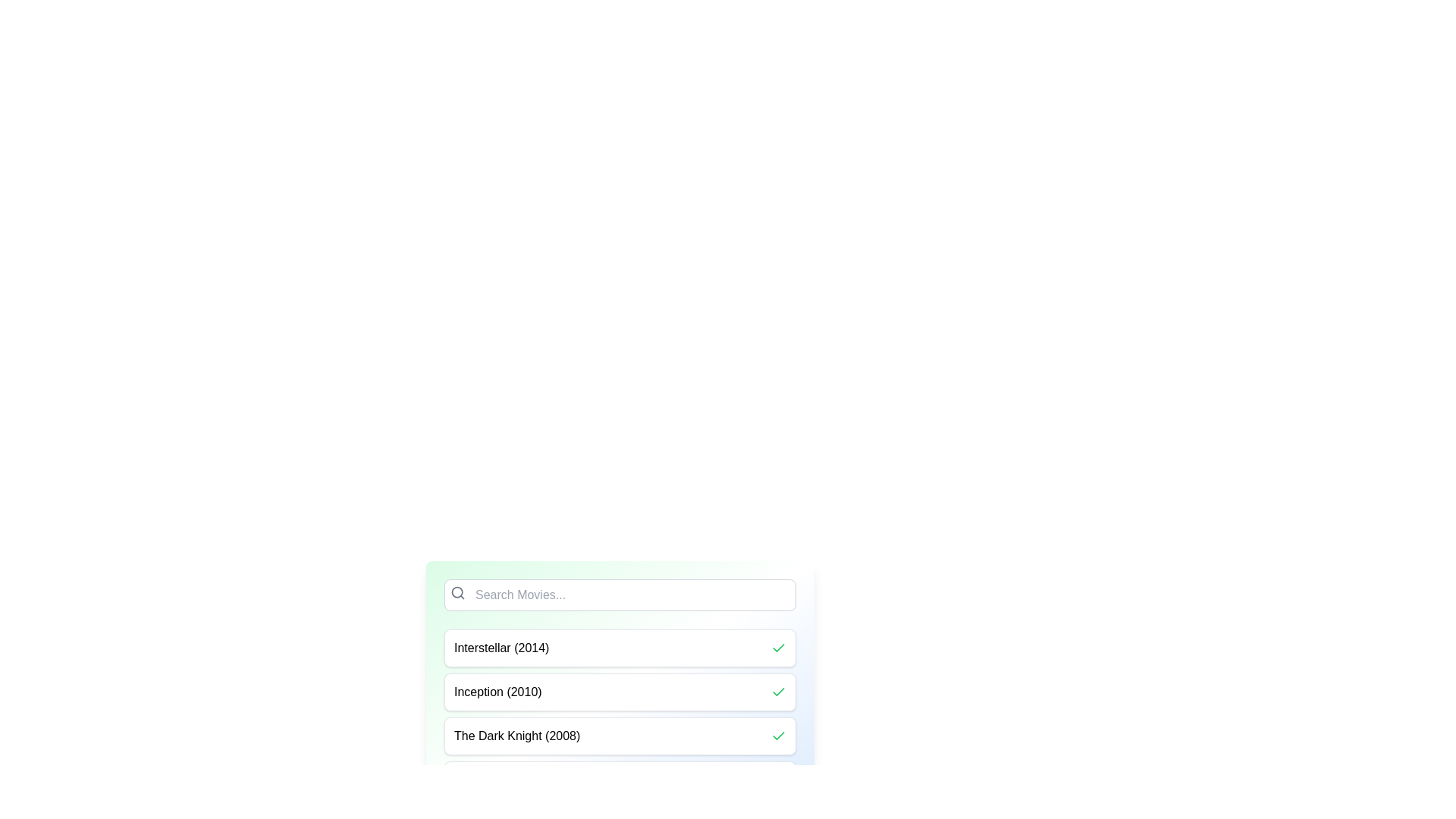  I want to click on the visual confirmation provided by the green checkmark icon indicating selection for the movie 'Inception (2010)' located at the right end of the list item, so click(779, 648).